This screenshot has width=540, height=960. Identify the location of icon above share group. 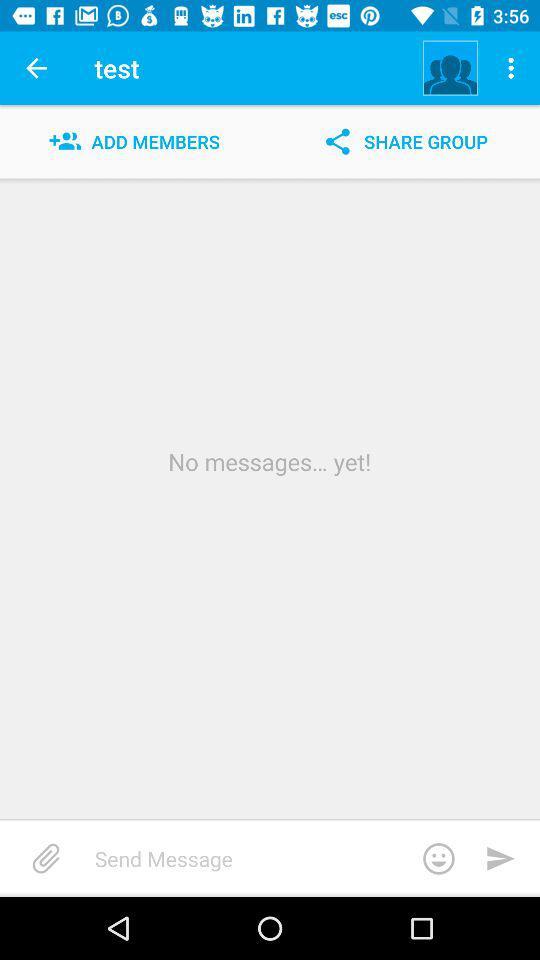
(513, 68).